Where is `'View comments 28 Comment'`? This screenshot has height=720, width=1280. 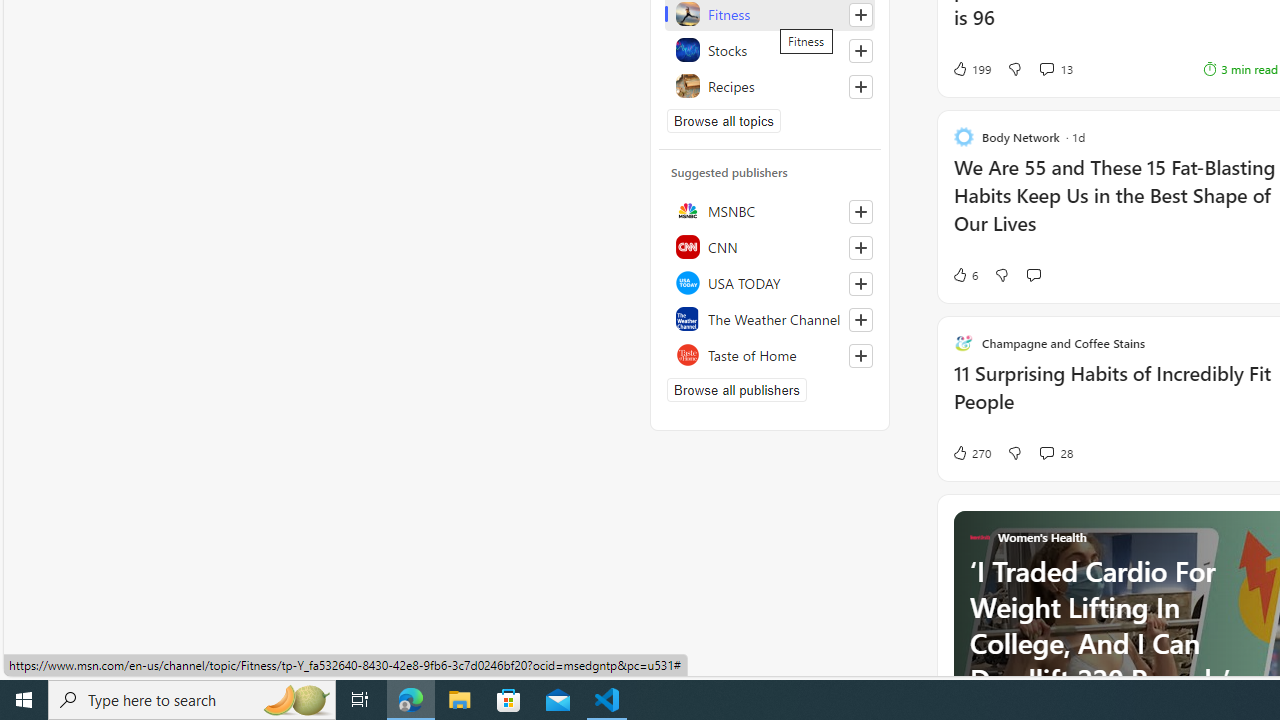 'View comments 28 Comment' is located at coordinates (1055, 452).